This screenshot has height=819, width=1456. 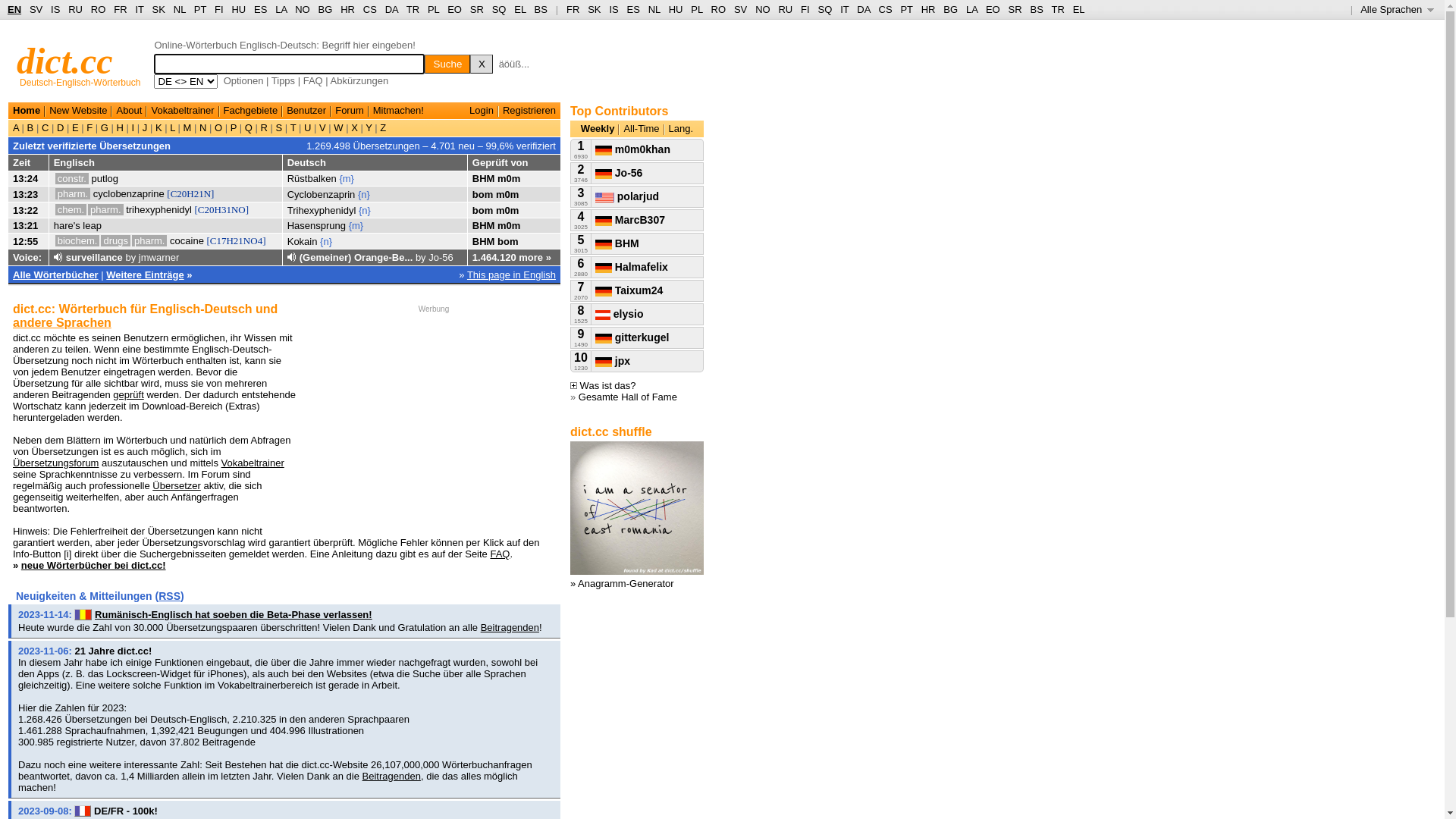 I want to click on 'Alle Sprachen ', so click(x=1396, y=9).